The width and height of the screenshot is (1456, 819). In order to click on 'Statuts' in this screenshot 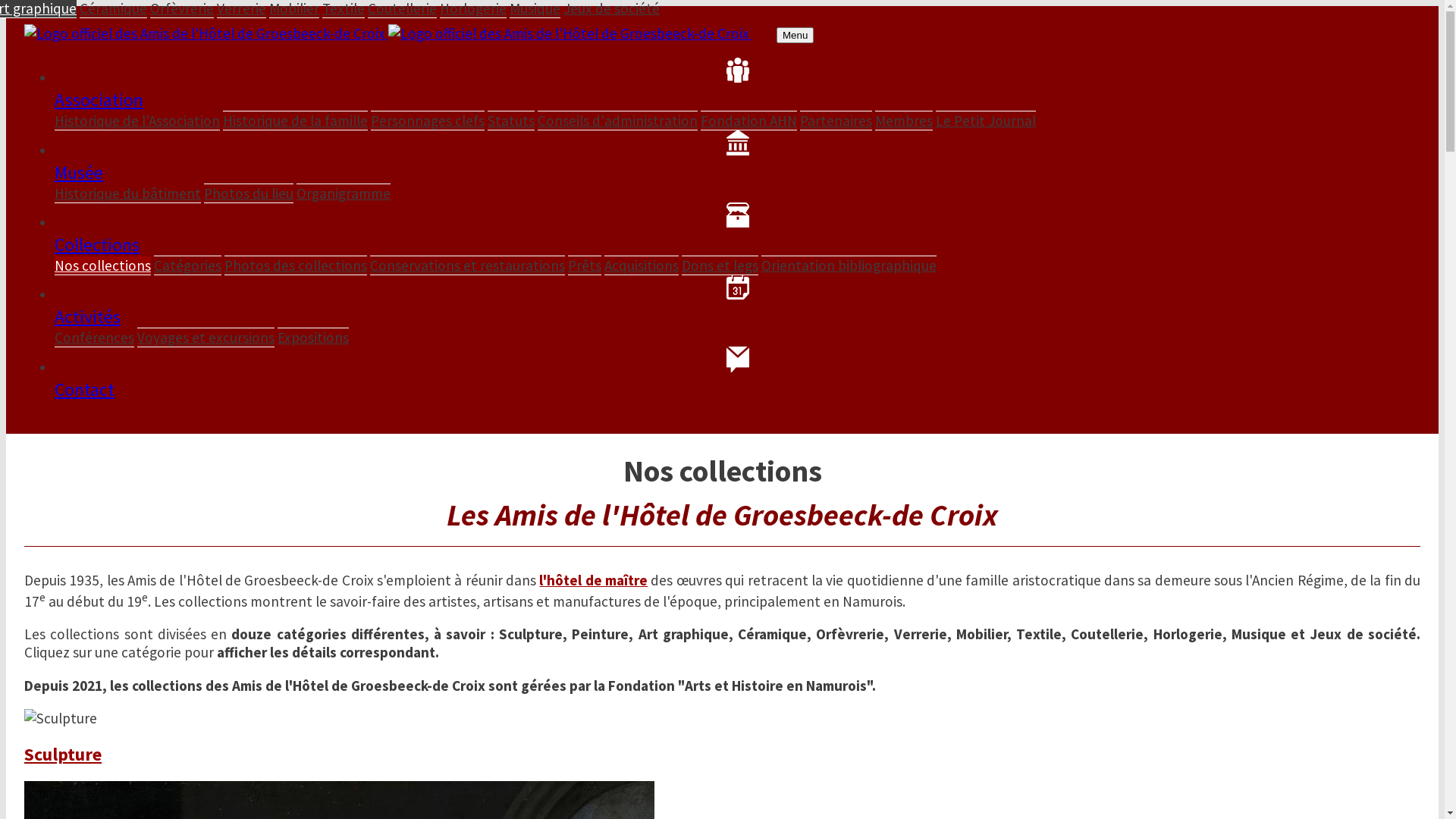, I will do `click(488, 119)`.